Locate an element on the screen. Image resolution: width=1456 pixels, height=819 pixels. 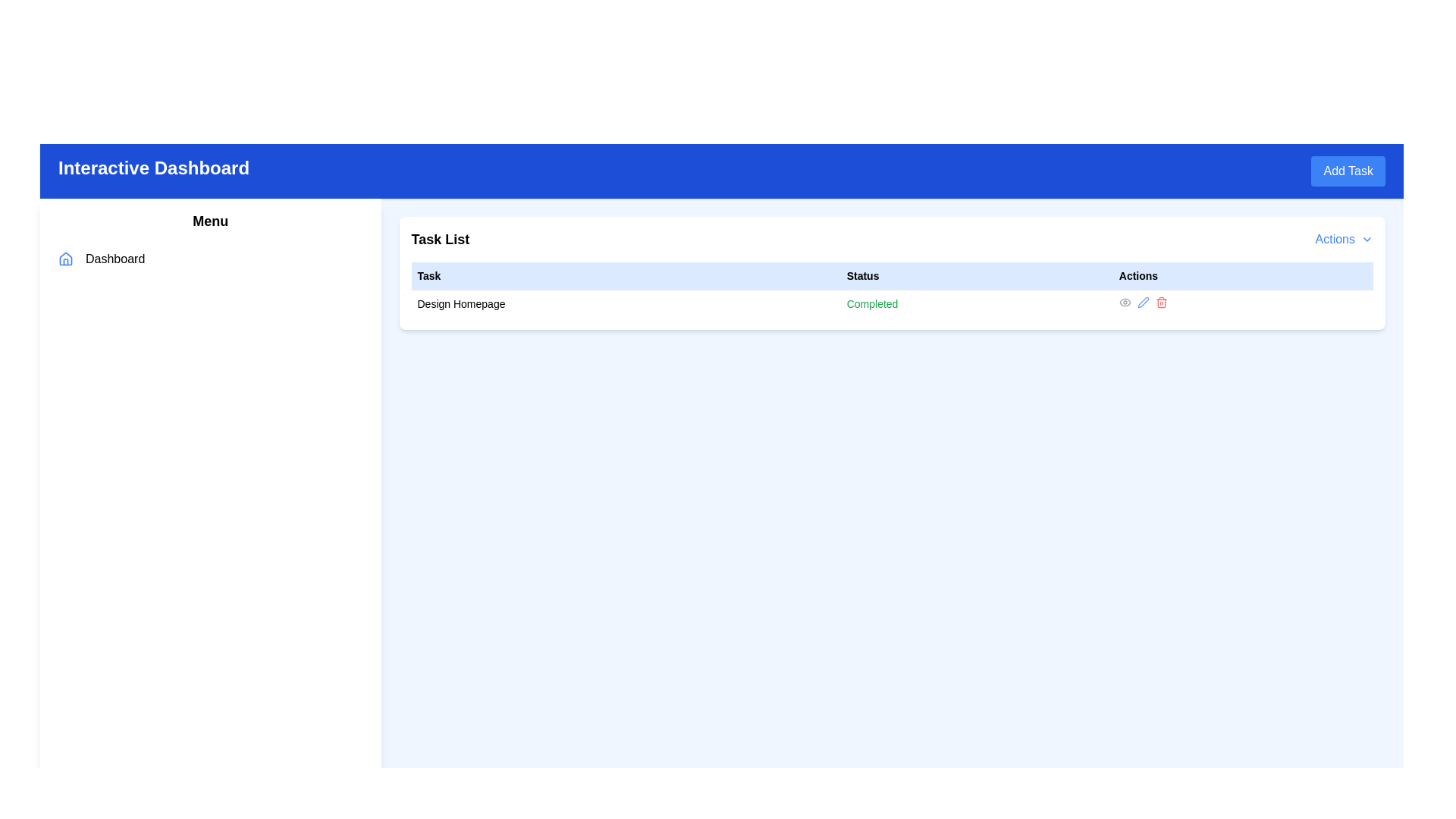
the red trashcan icon button in the 'Actions' column corresponding to the task 'Design Homepage' is located at coordinates (1160, 302).